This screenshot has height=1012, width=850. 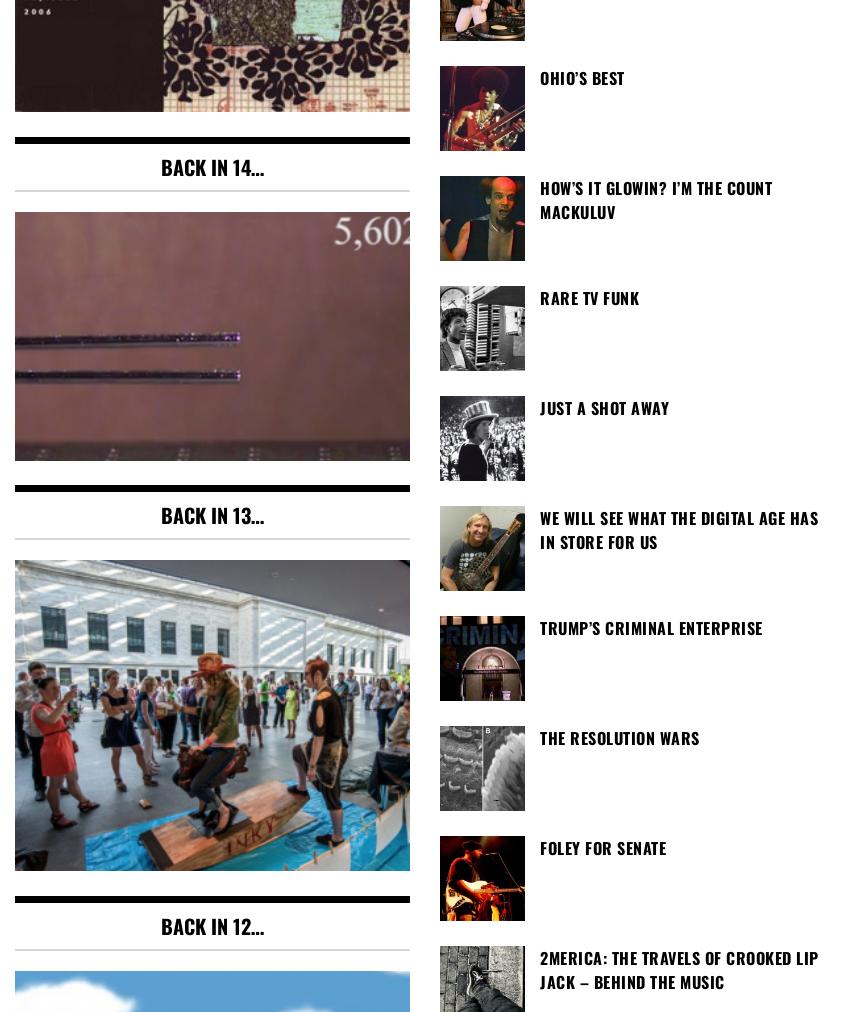 I want to click on 'Back in 14…', so click(x=211, y=166).